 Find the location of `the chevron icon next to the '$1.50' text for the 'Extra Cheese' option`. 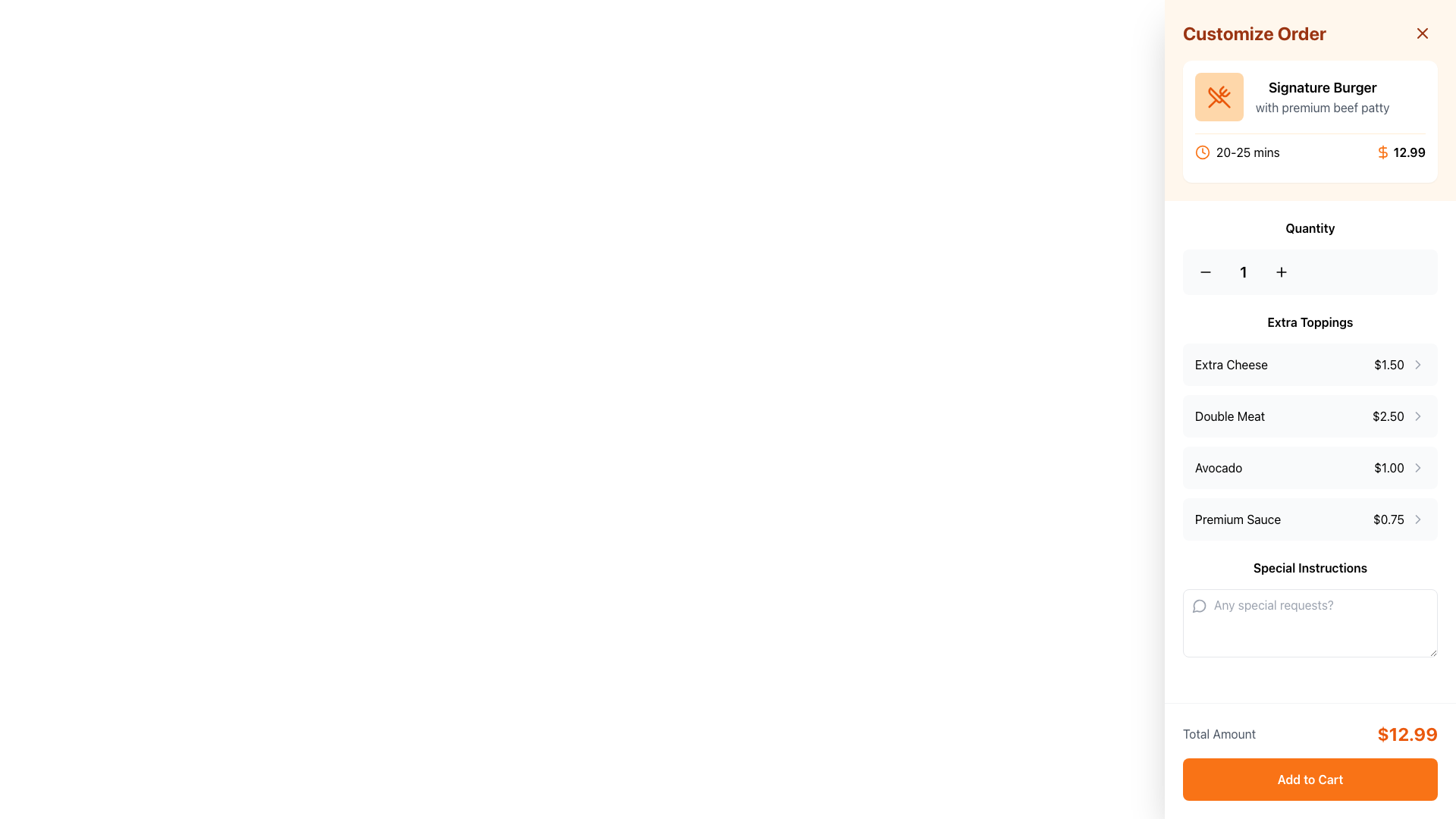

the chevron icon next to the '$1.50' text for the 'Extra Cheese' option is located at coordinates (1417, 365).